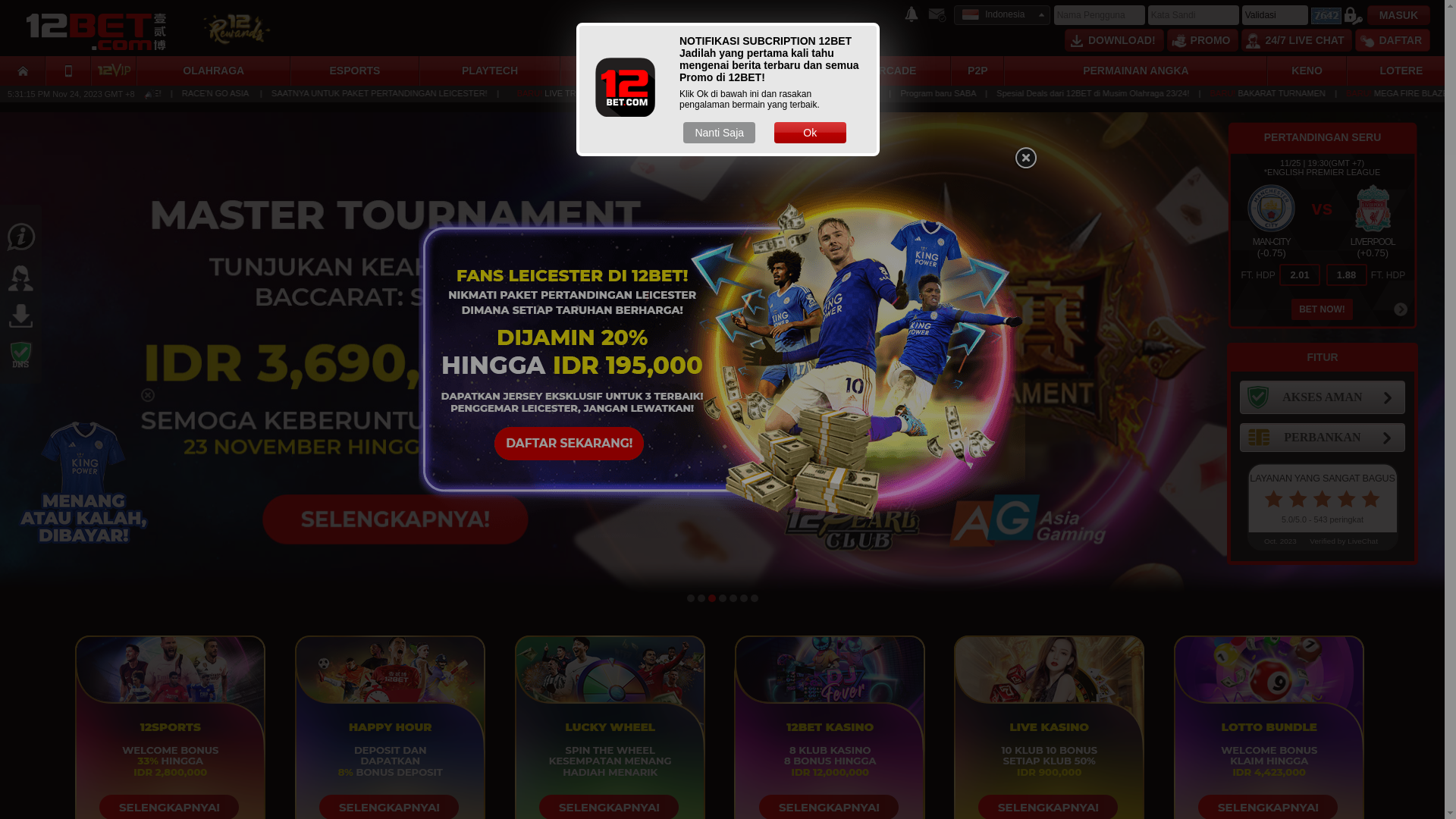 Image resolution: width=1456 pixels, height=819 pixels. What do you see at coordinates (1025, 158) in the screenshot?
I see `'Close'` at bounding box center [1025, 158].